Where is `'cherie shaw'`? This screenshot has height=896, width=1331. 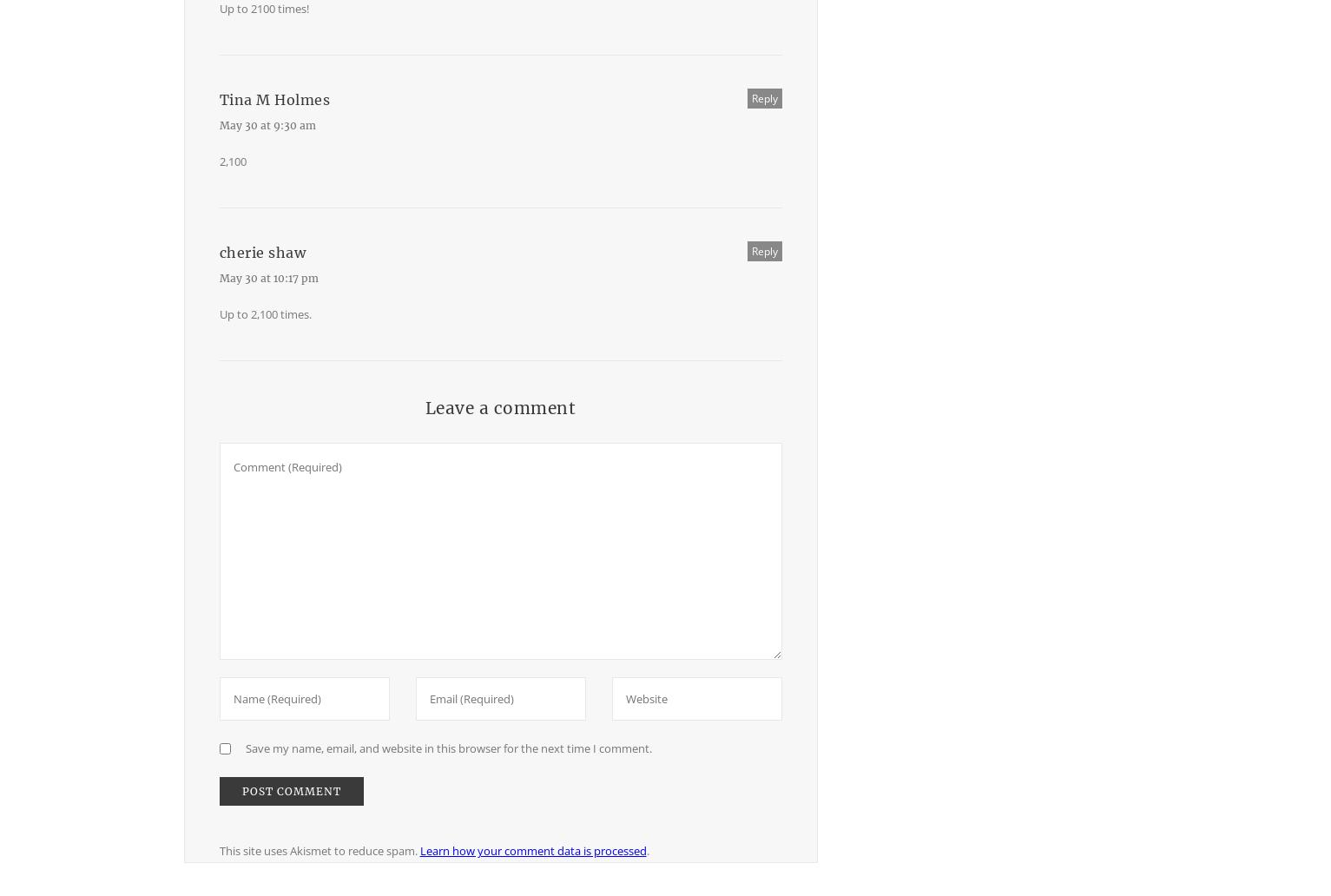 'cherie shaw' is located at coordinates (262, 253).